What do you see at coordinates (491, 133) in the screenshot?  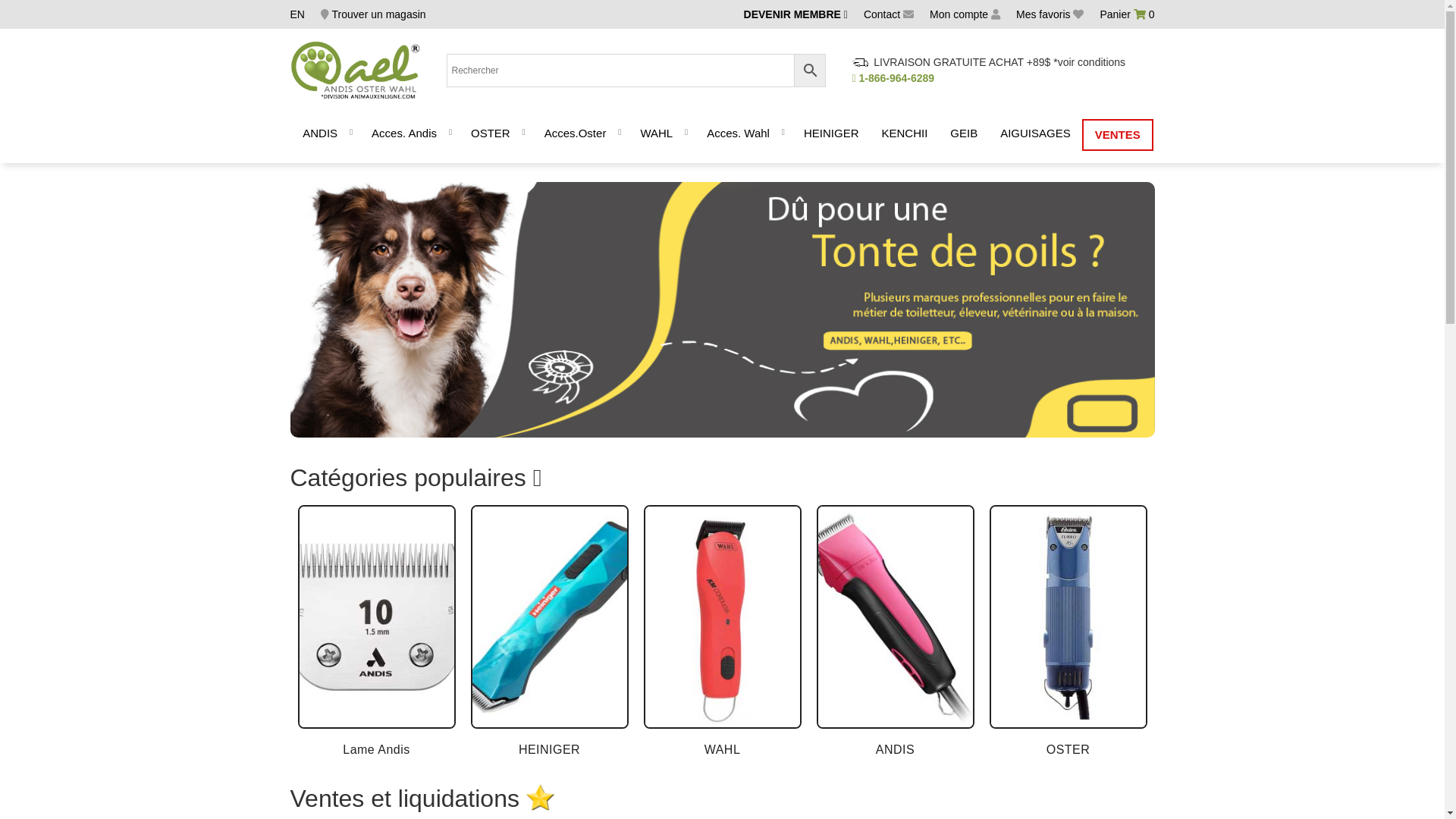 I see `'OSTER'` at bounding box center [491, 133].